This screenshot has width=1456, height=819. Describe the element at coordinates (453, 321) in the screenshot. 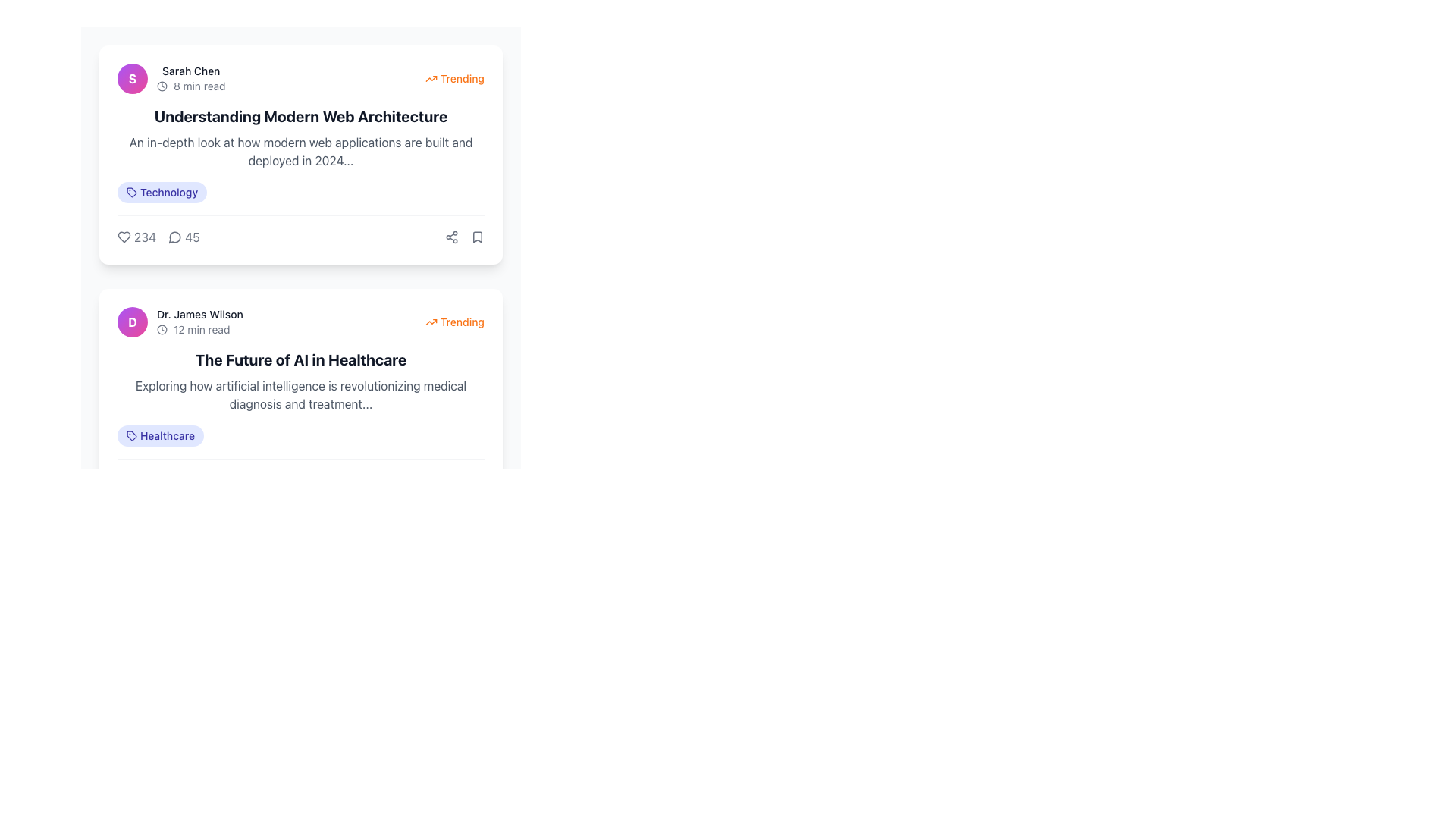

I see `the label with an orange upward-trending arrow icon and the text 'Trending' located on the right side of the article titled 'The Future of AI in Healthcare'` at that location.